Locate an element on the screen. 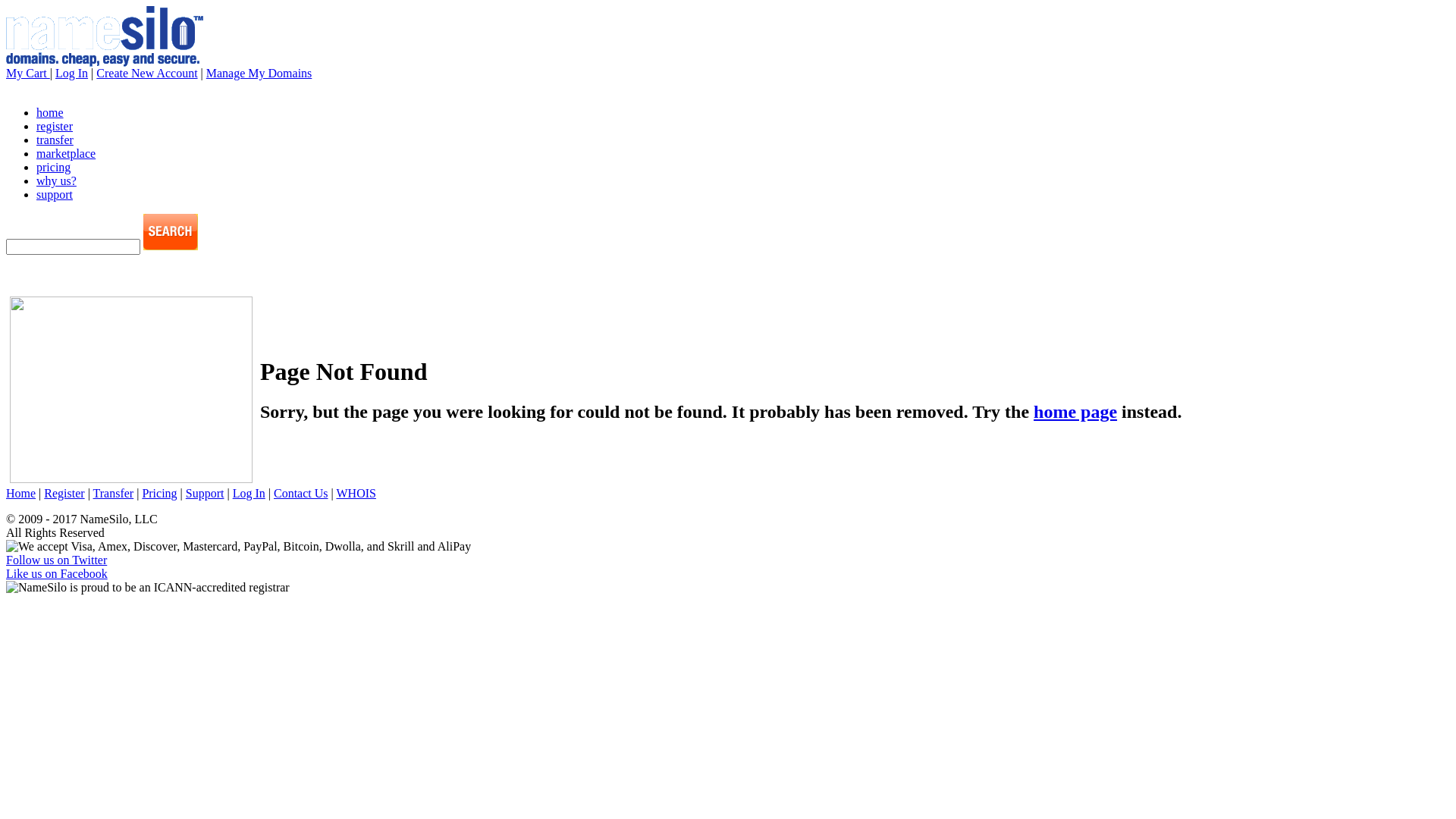 This screenshot has width=1456, height=819. 'Log In' is located at coordinates (71, 73).